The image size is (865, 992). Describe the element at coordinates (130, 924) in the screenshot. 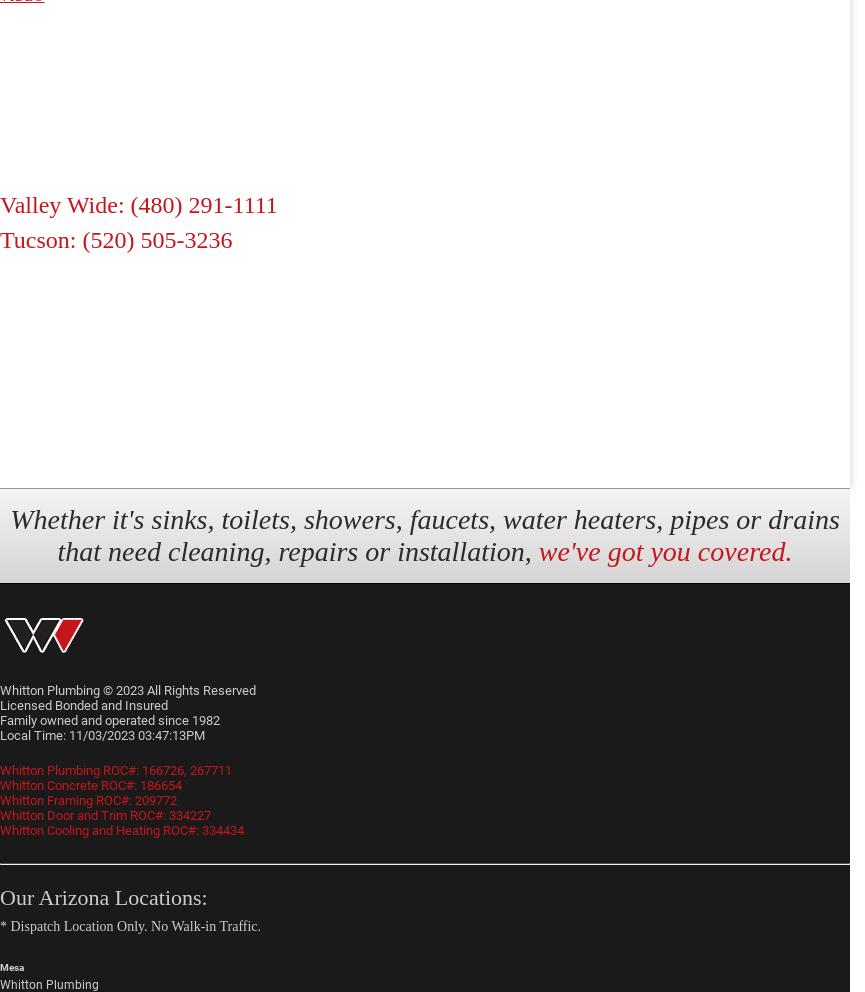

I see `'* Dispatch Location Only. No Walk-in Traffic.'` at that location.